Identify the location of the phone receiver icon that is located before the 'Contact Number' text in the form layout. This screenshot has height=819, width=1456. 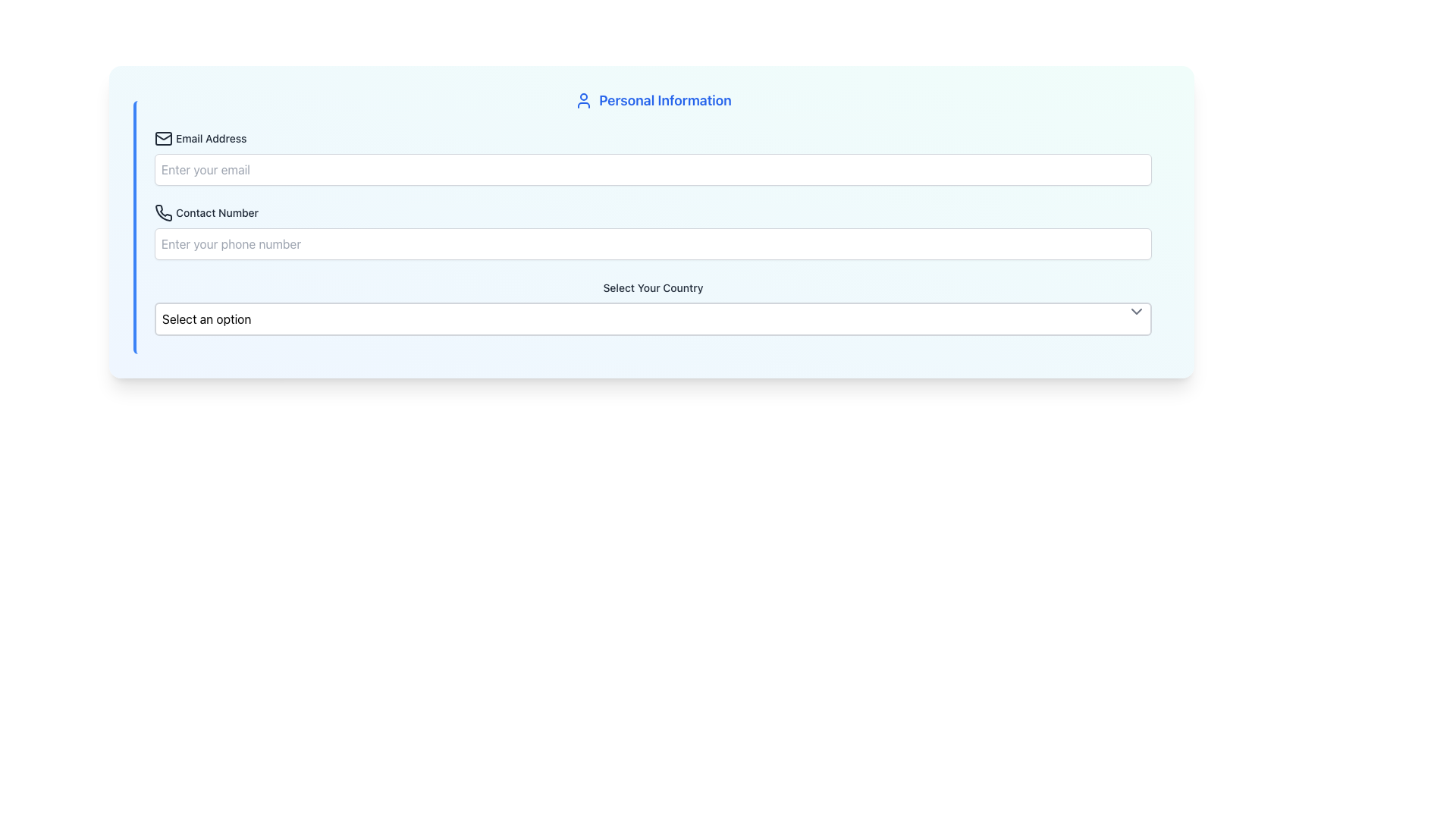
(164, 213).